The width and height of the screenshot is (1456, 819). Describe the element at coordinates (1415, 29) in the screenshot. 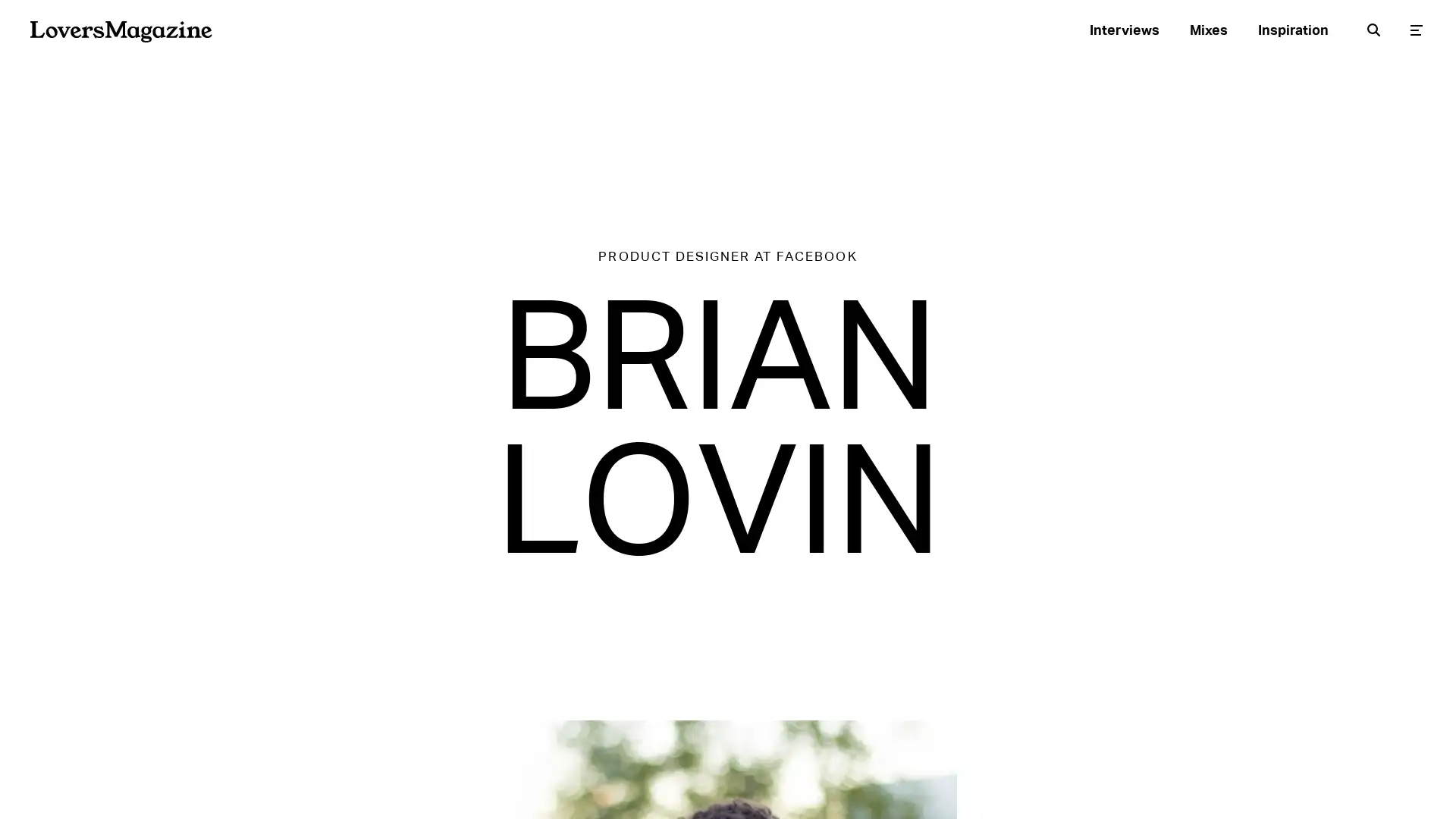

I see `Open Navigation` at that location.